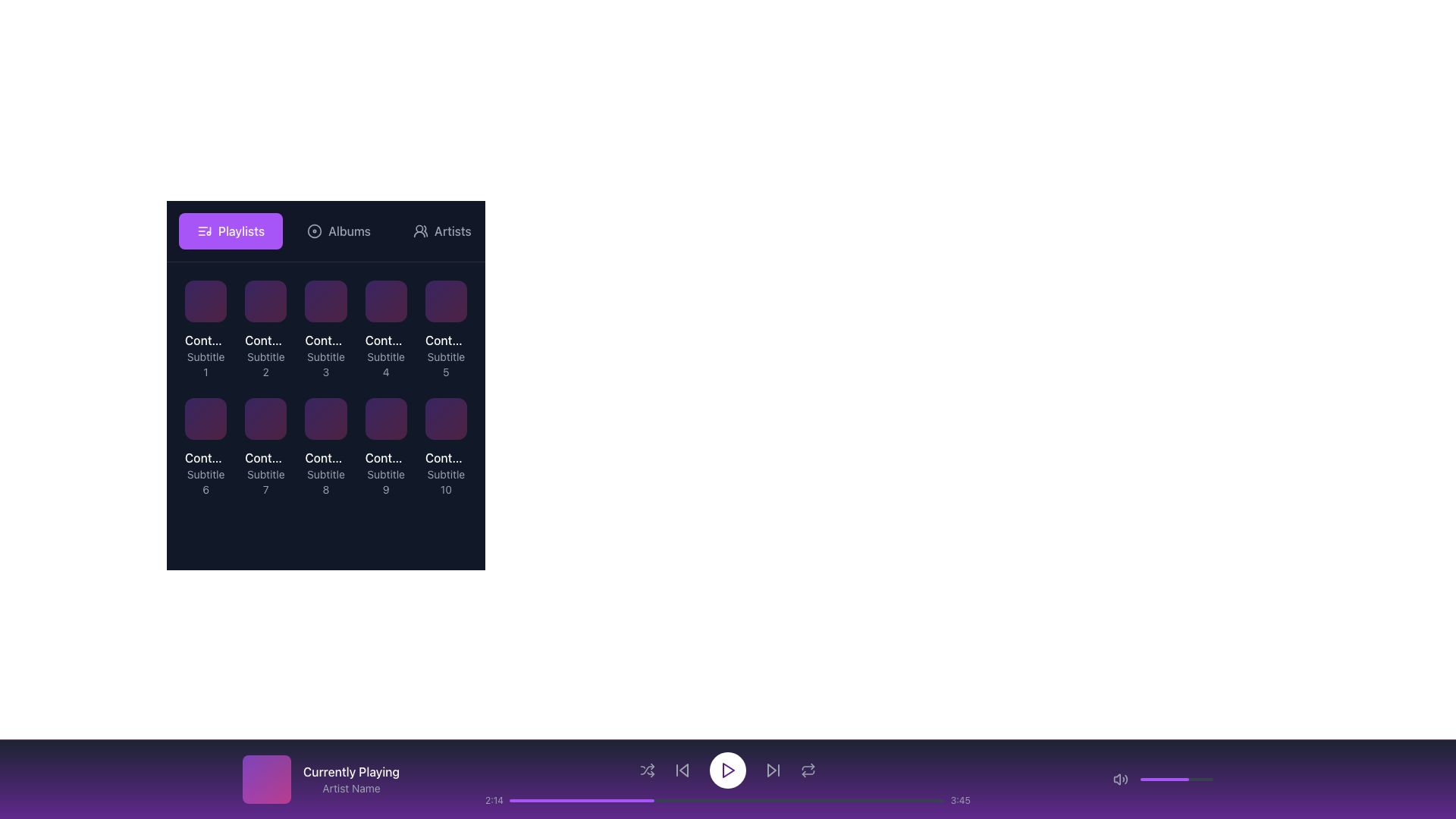 Image resolution: width=1456 pixels, height=819 pixels. Describe the element at coordinates (441, 231) in the screenshot. I see `the 'Artists' button in the horizontal menu` at that location.